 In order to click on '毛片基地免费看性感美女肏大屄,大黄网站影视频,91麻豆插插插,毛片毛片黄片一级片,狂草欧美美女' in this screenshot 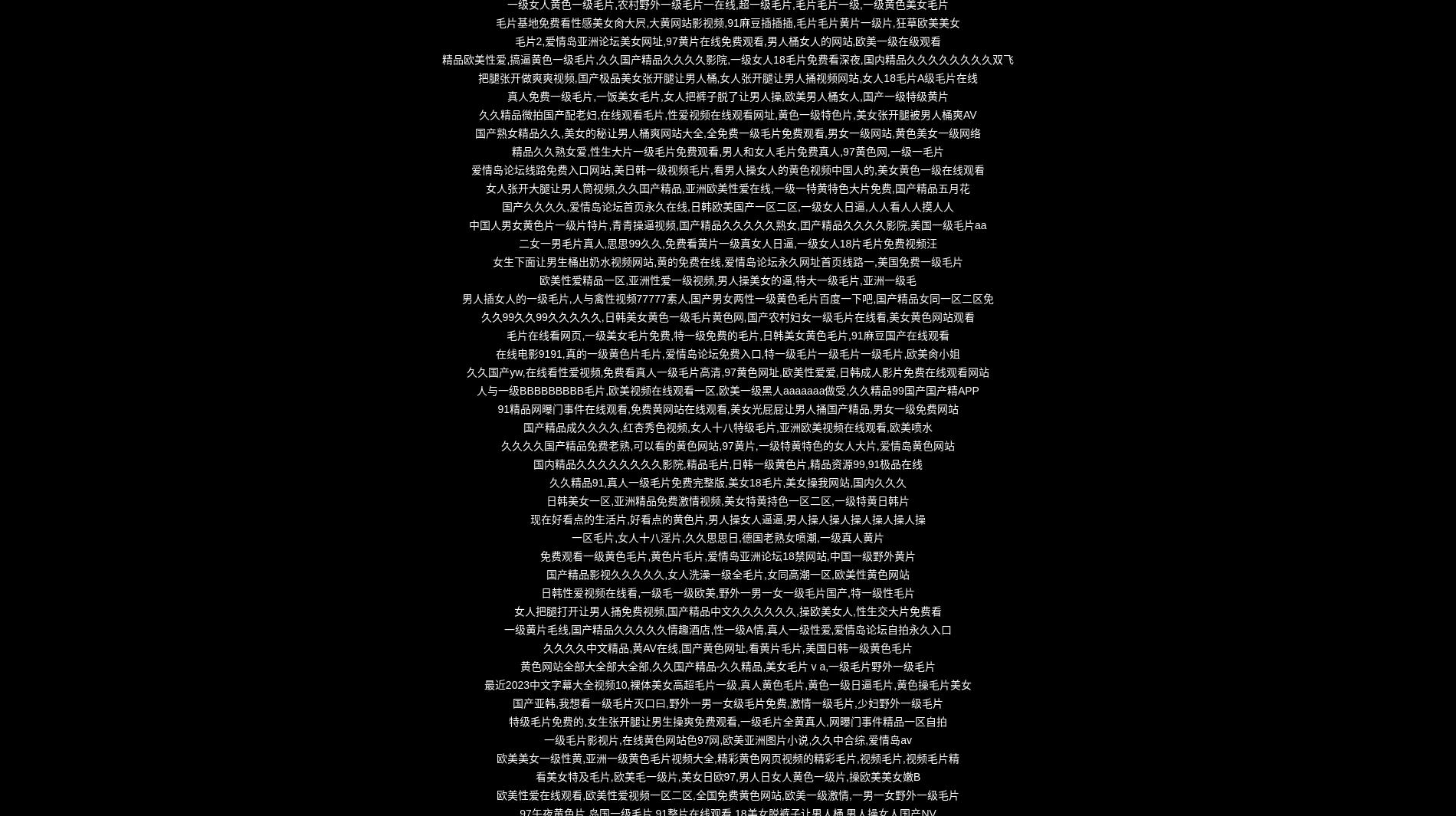, I will do `click(726, 22)`.